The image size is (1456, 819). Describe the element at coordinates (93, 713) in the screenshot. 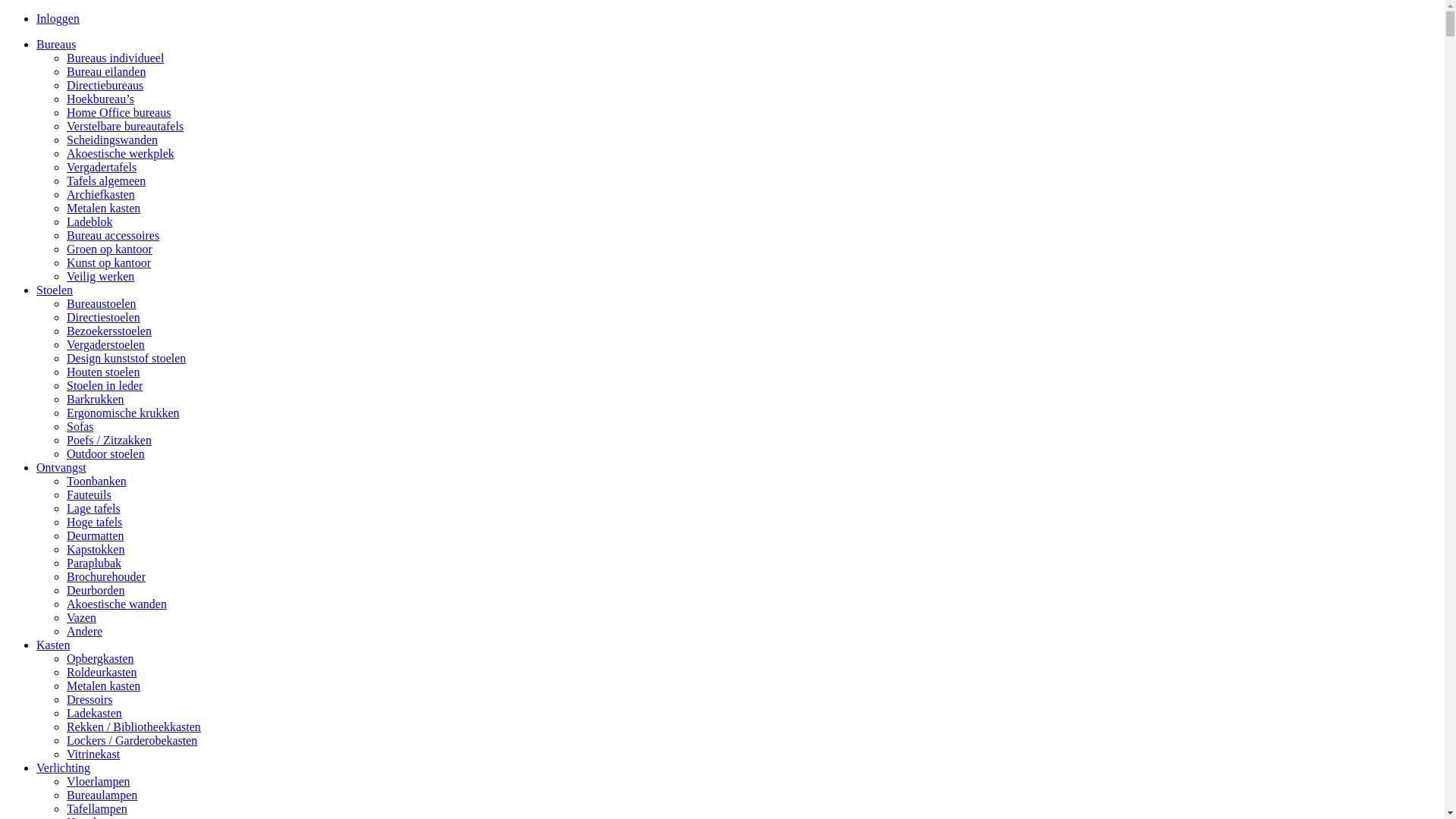

I see `'Ladekasten'` at that location.